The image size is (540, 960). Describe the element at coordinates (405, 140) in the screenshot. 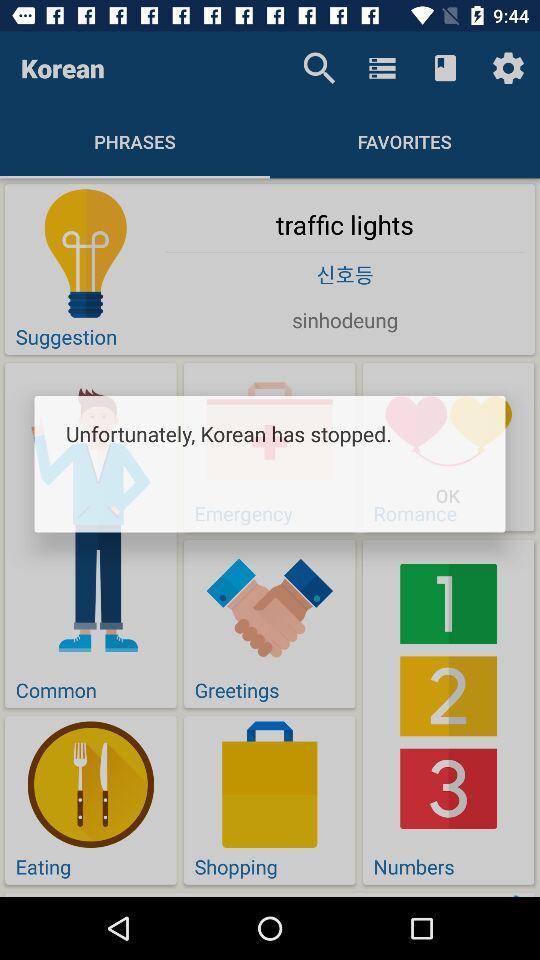

I see `favorites` at that location.